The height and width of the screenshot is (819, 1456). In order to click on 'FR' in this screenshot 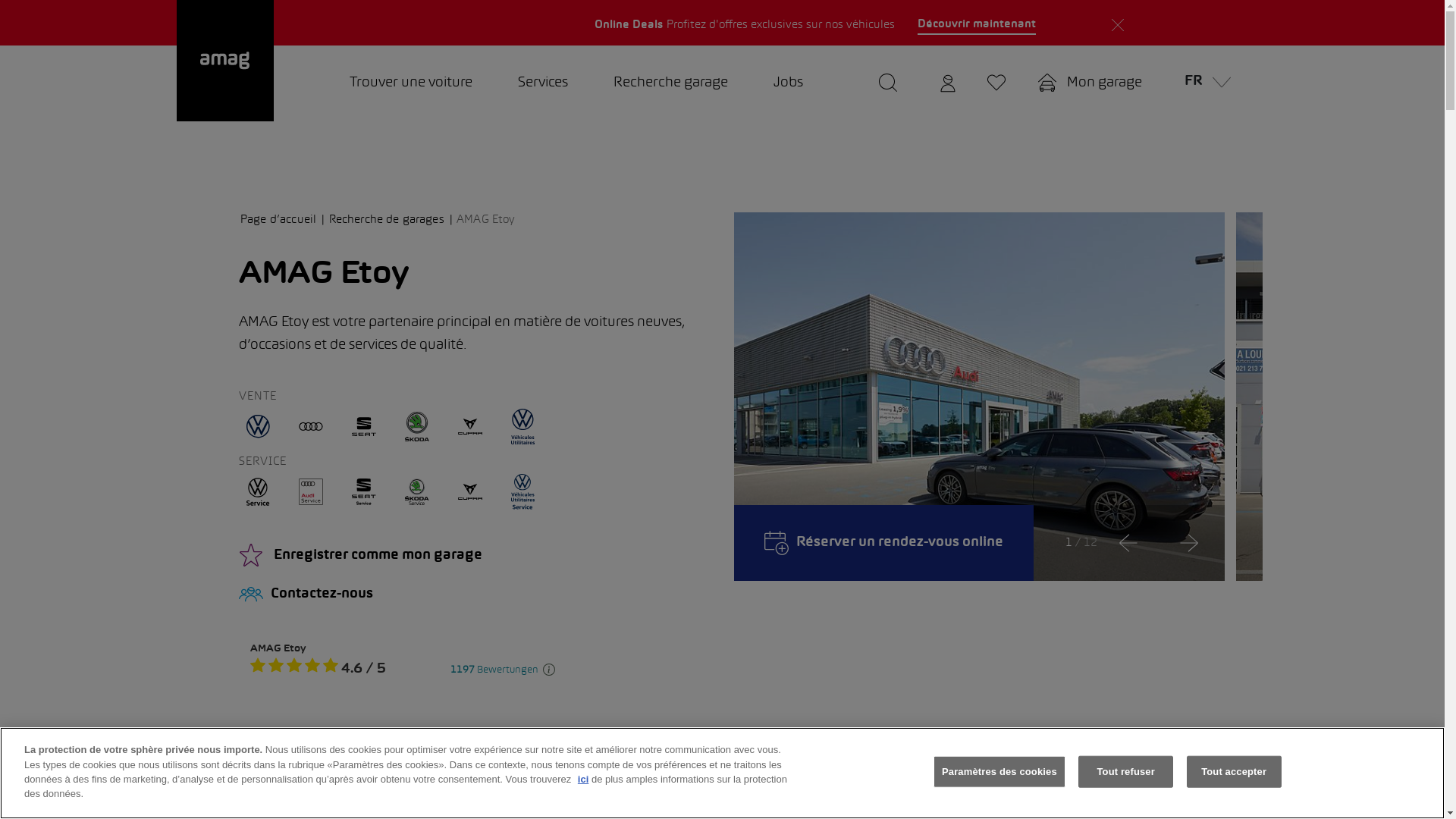, I will do `click(1202, 83)`.